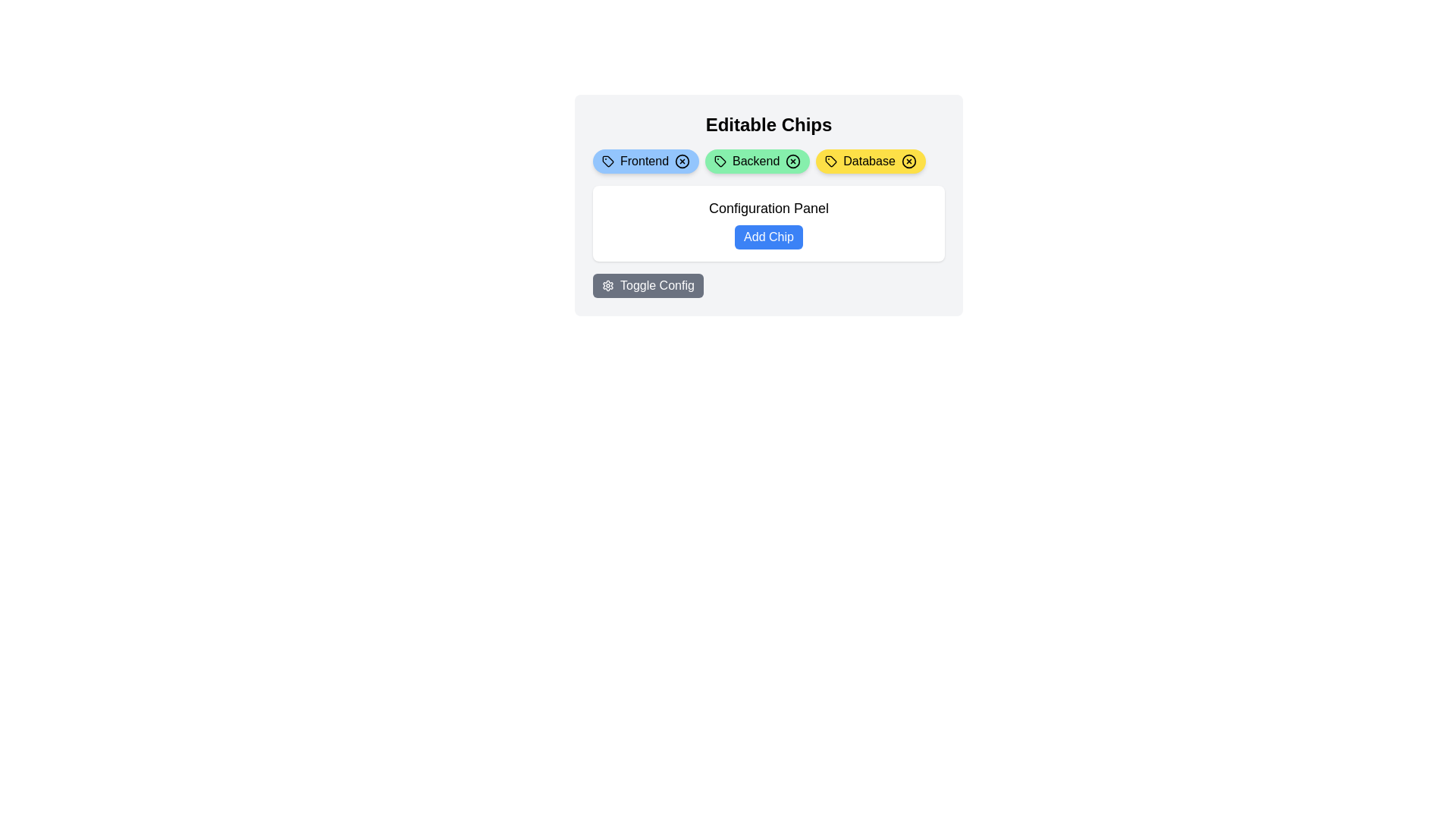 This screenshot has height=819, width=1456. I want to click on close button of the chip labeled Database, so click(908, 161).